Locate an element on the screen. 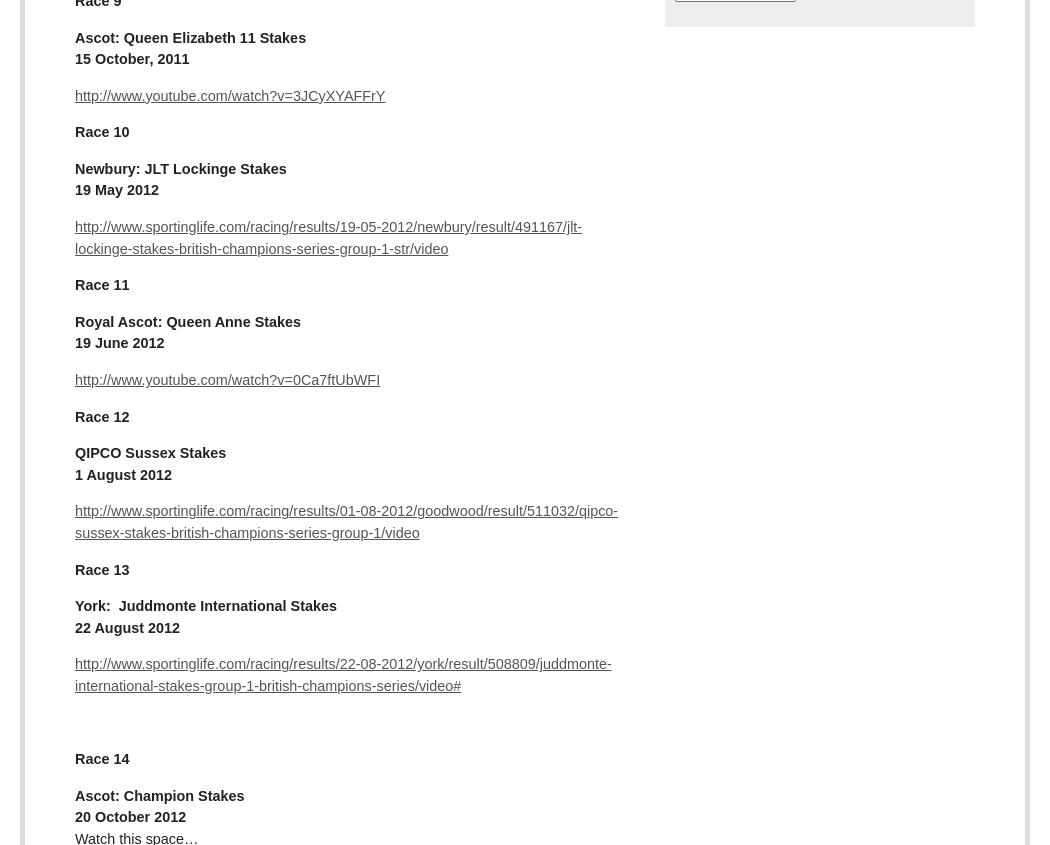 This screenshot has width=1050, height=845. 'Race 11' is located at coordinates (101, 285).